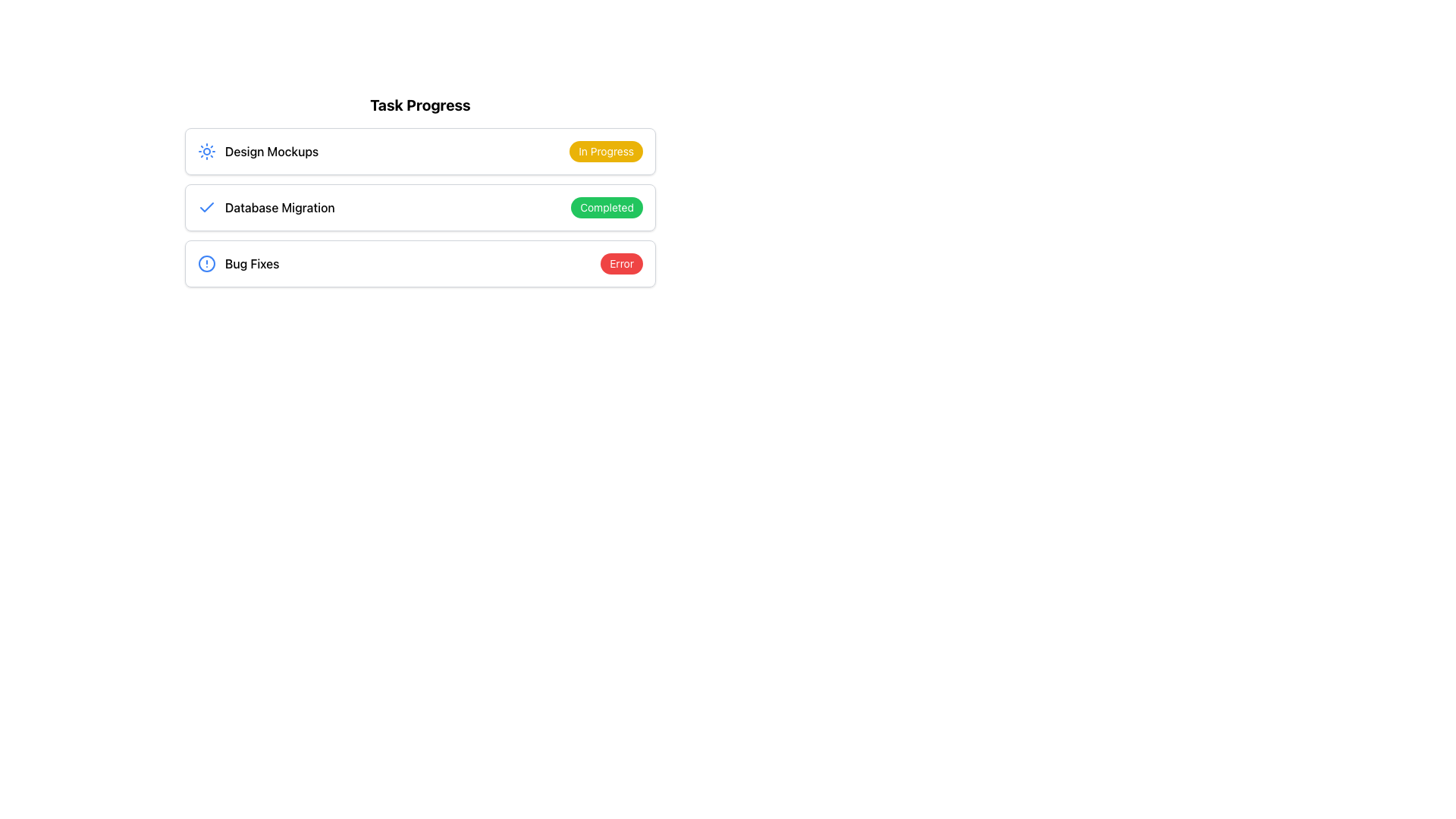 This screenshot has width=1456, height=819. Describe the element at coordinates (206, 262) in the screenshot. I see `the icon representing the status of the 'Bug Fixes' task in the 'Task Progress' interface, located to the left of the text label 'Bug Fixes'` at that location.